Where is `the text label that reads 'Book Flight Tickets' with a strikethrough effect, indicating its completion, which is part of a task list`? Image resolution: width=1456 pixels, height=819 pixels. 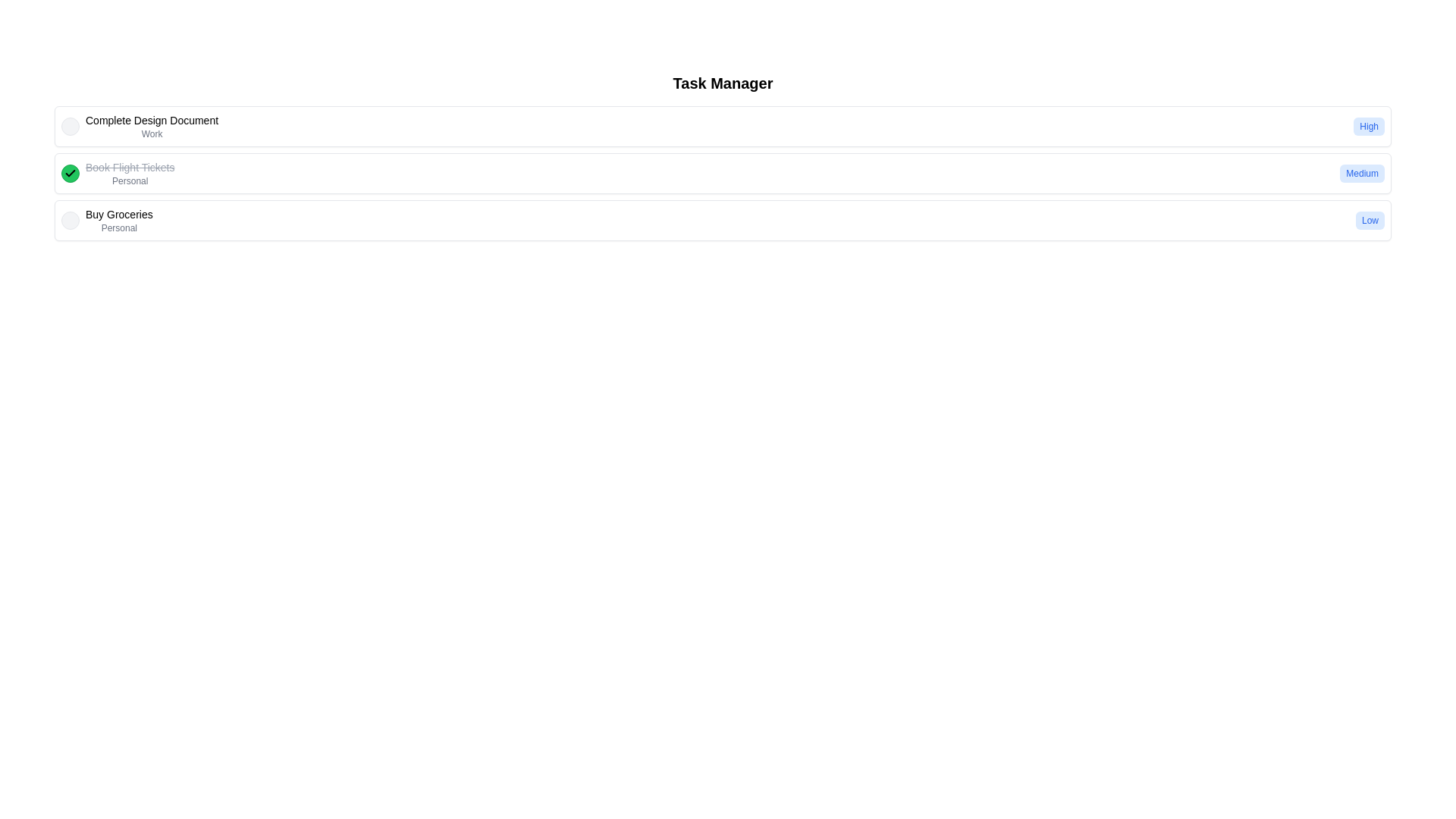
the text label that reads 'Book Flight Tickets' with a strikethrough effect, indicating its completion, which is part of a task list is located at coordinates (130, 172).